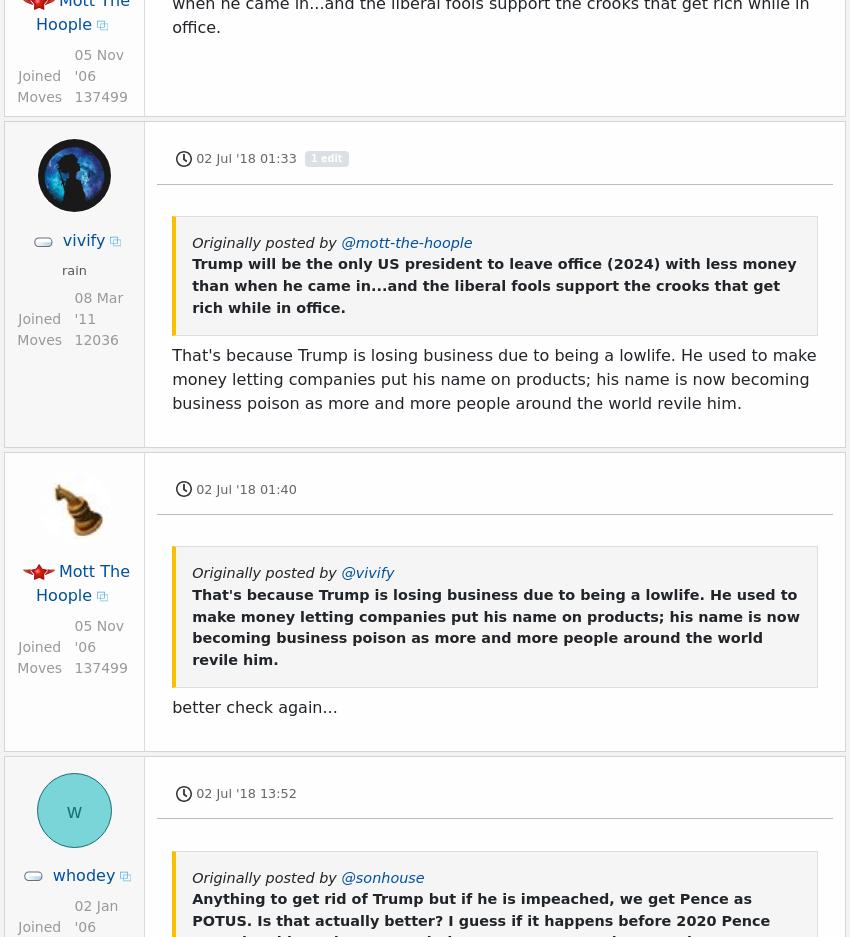 The width and height of the screenshot is (850, 937). Describe the element at coordinates (600, 43) in the screenshot. I see `'.'` at that location.